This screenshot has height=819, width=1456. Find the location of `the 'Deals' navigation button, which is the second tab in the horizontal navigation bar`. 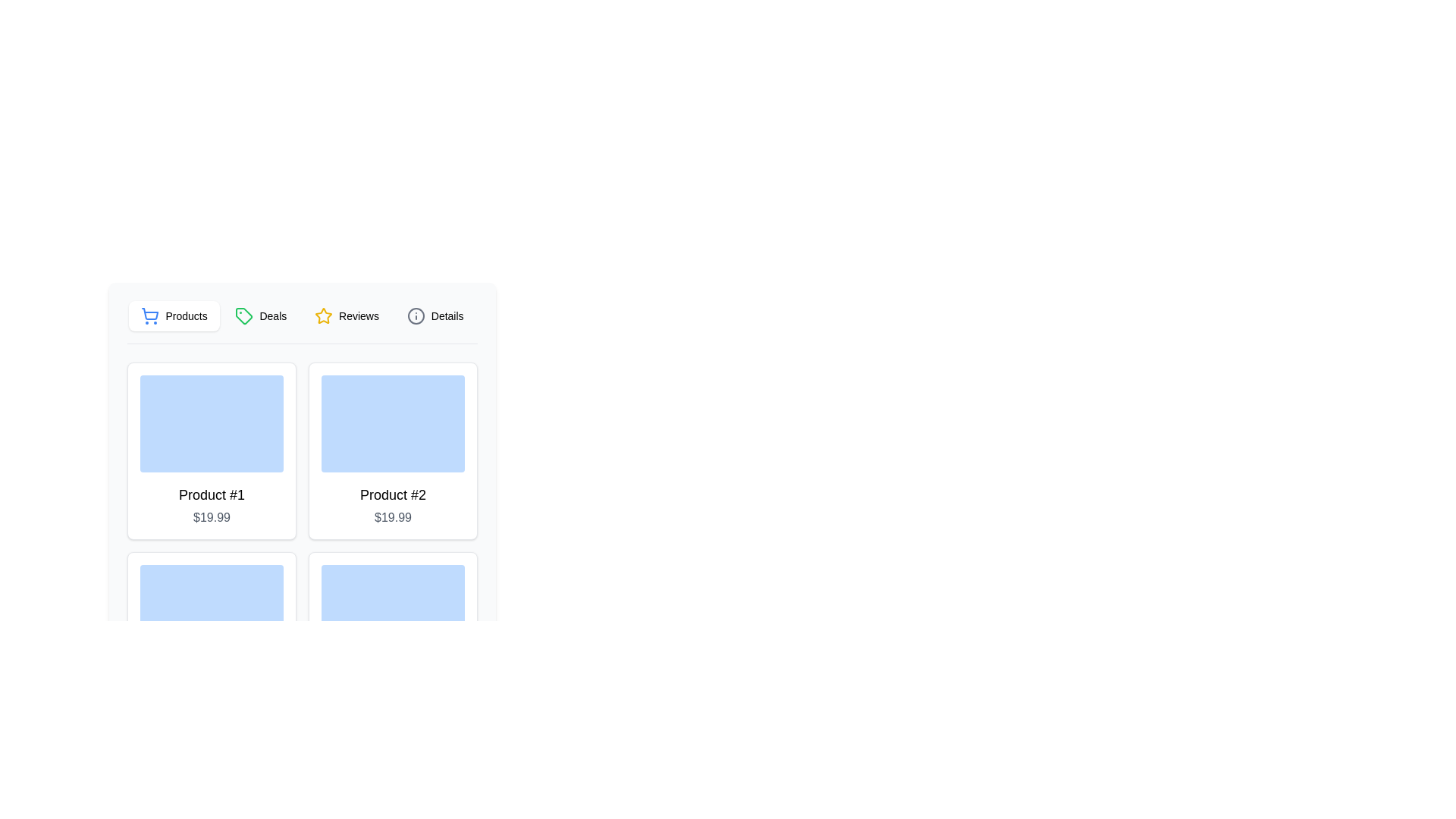

the 'Deals' navigation button, which is the second tab in the horizontal navigation bar is located at coordinates (261, 315).